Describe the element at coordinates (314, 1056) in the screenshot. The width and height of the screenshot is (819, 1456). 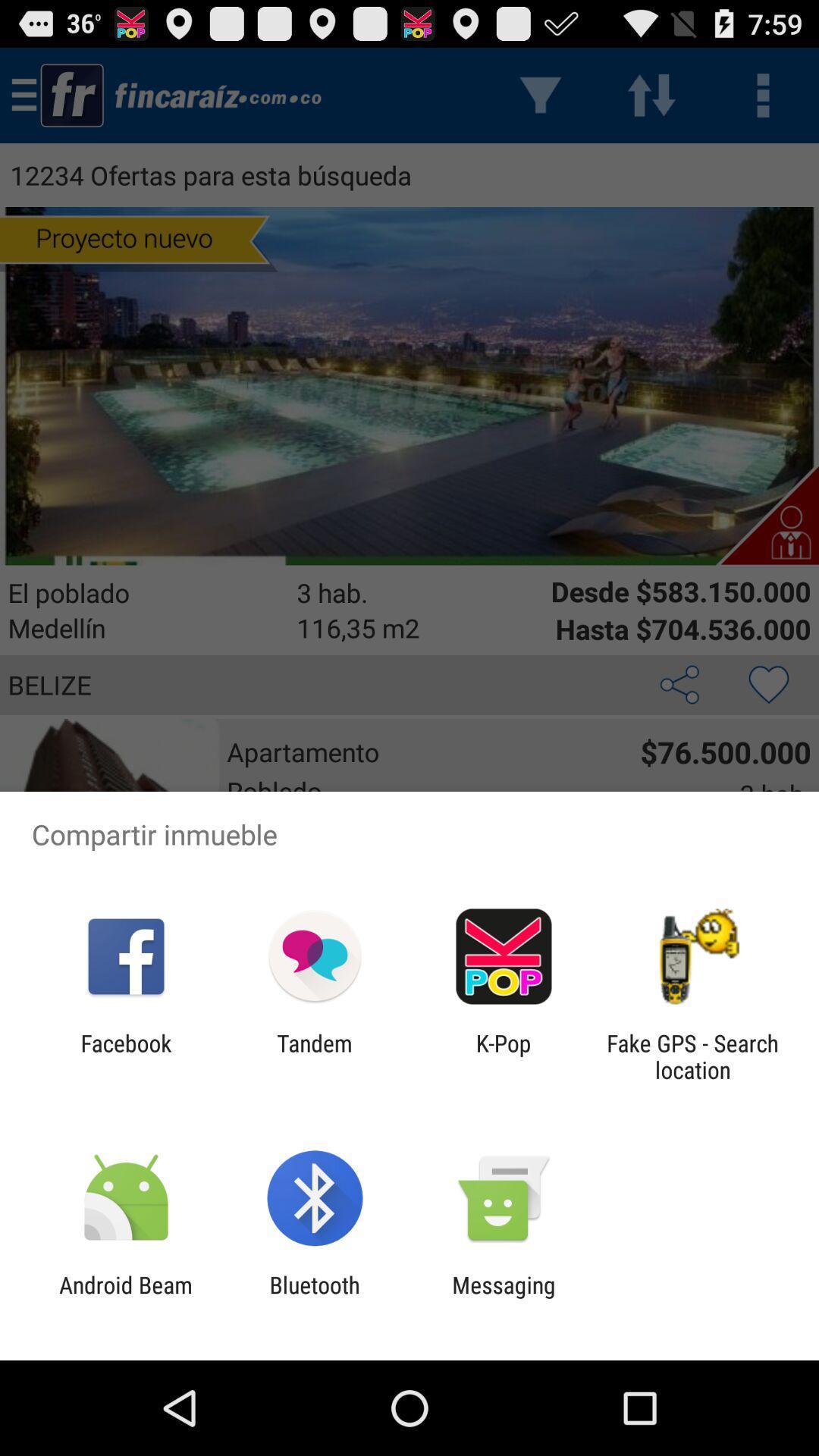
I see `icon next to facebook app` at that location.